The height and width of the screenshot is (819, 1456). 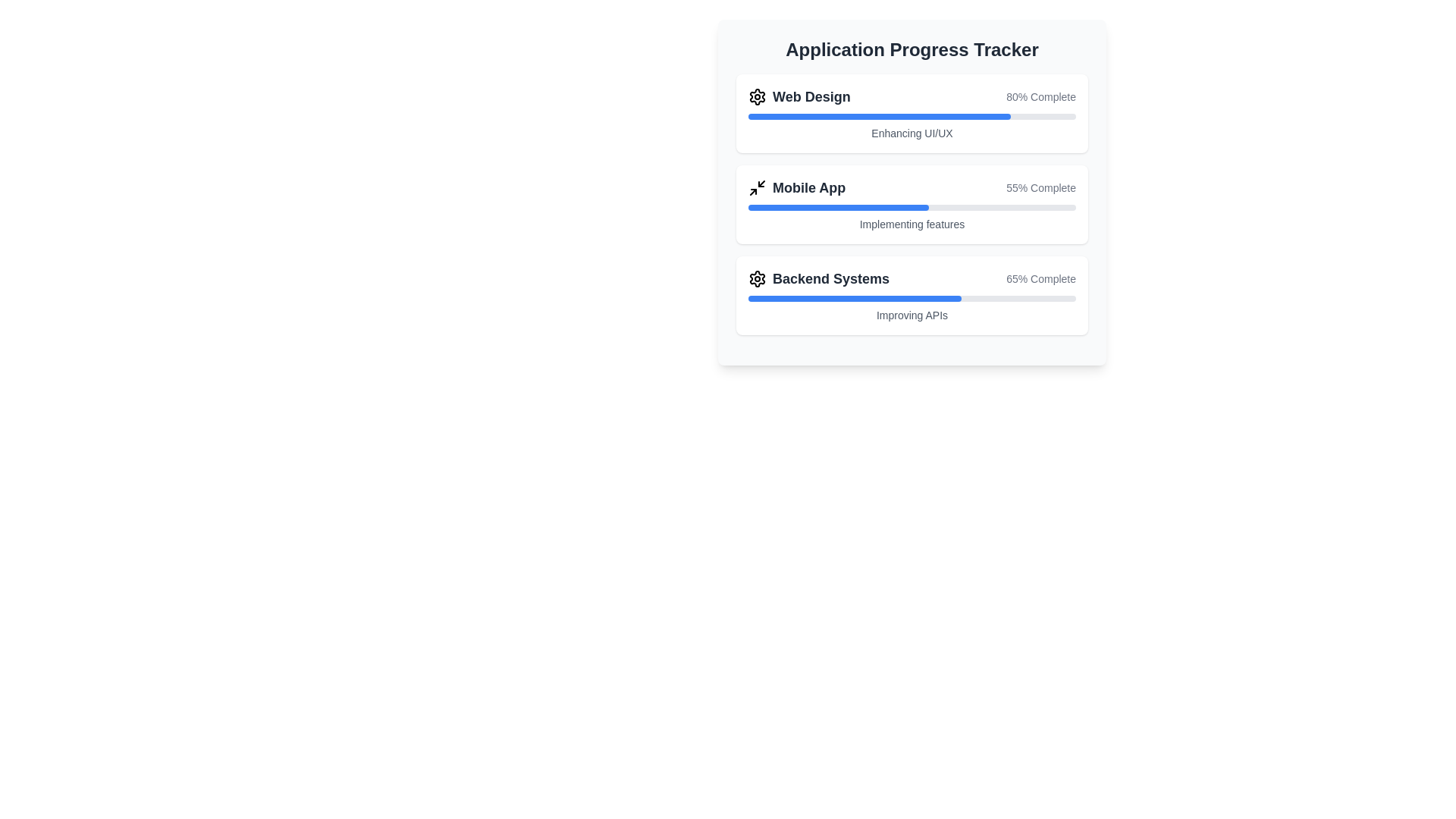 What do you see at coordinates (855, 298) in the screenshot?
I see `the Progress Bar Segment indicating 65% completion in the 'Backend Systems' section of the progress tracker` at bounding box center [855, 298].